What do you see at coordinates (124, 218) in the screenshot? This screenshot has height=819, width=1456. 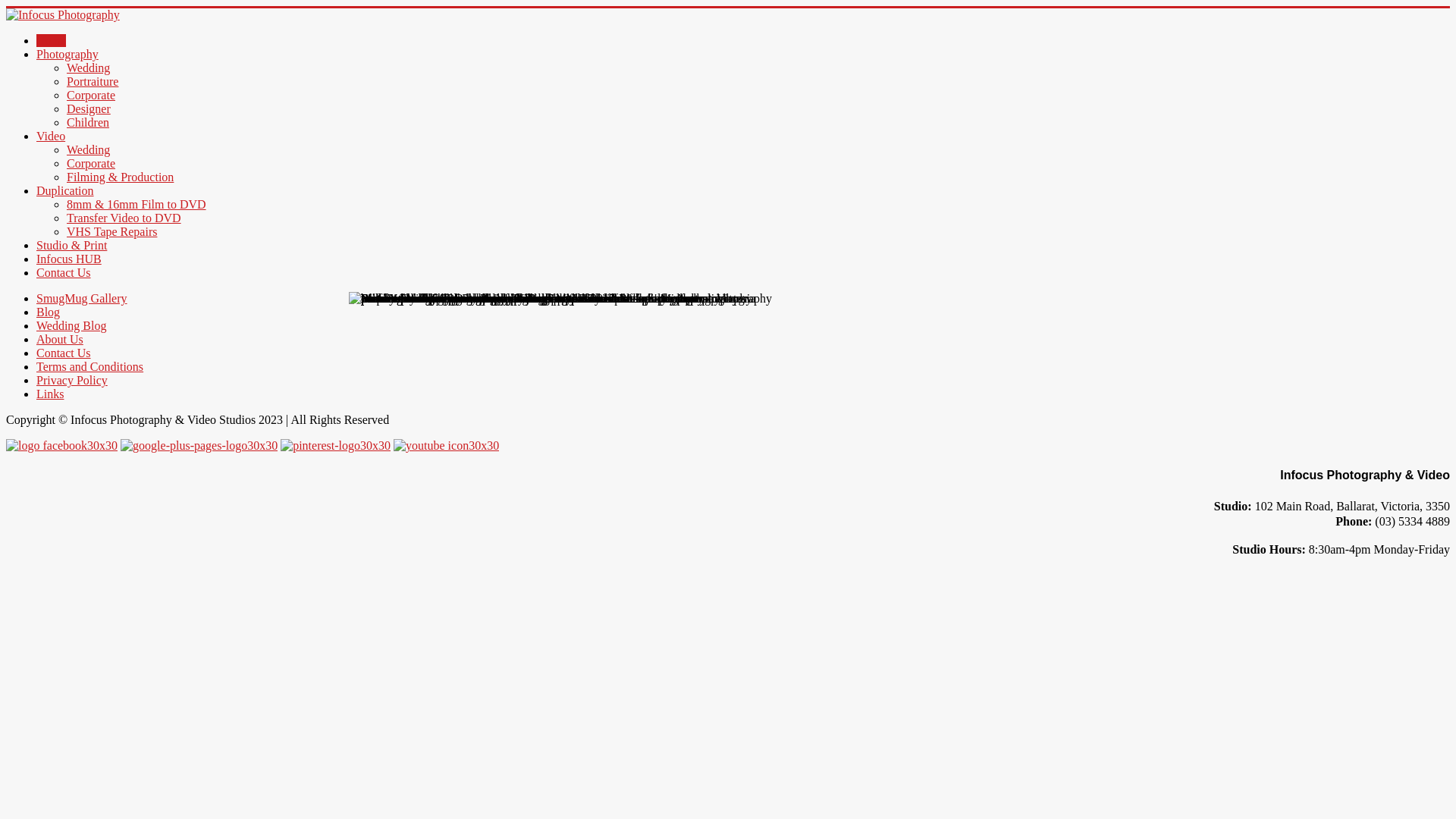 I see `'Transfer Video to DVD'` at bounding box center [124, 218].